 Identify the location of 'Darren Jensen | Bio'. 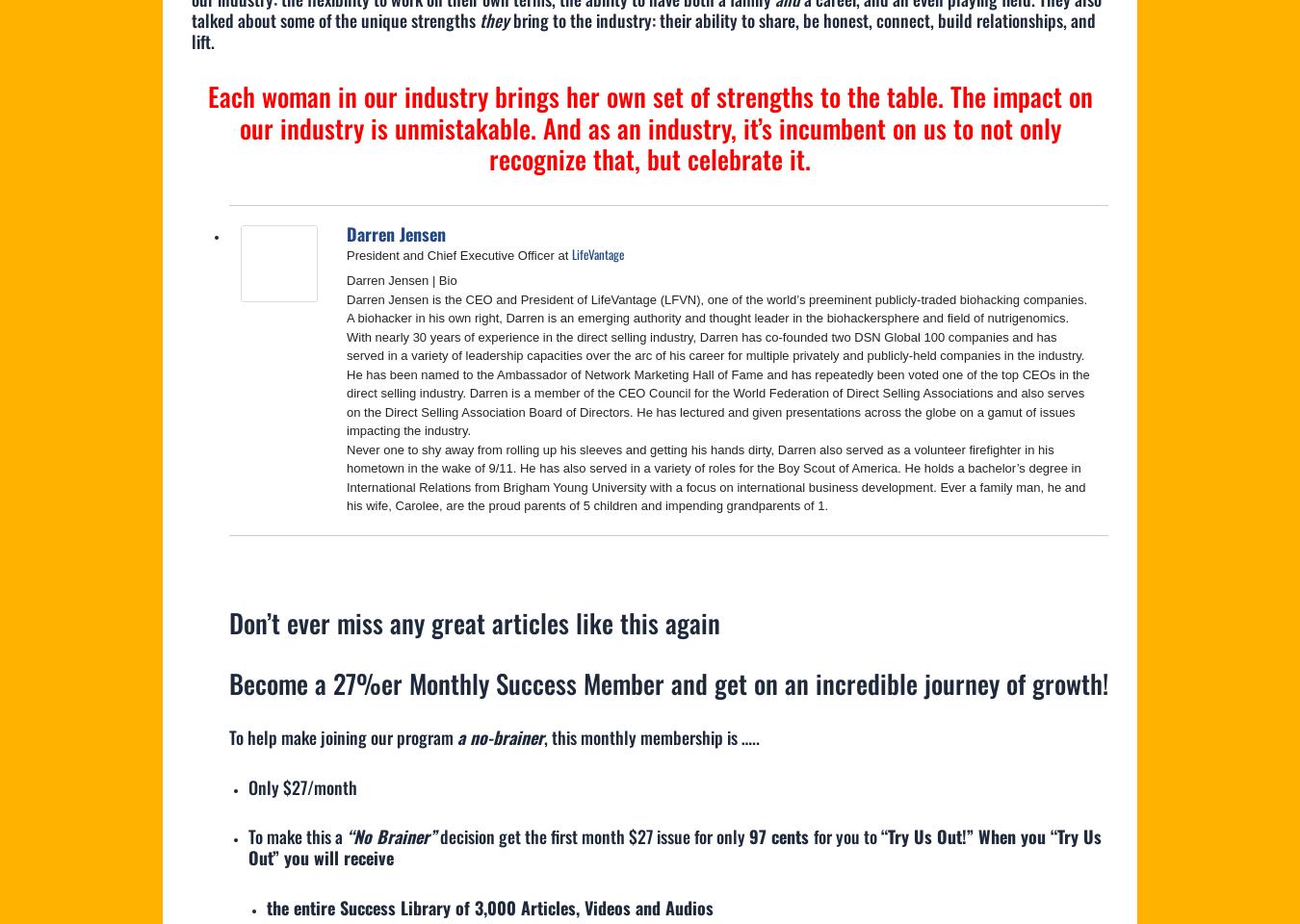
(402, 279).